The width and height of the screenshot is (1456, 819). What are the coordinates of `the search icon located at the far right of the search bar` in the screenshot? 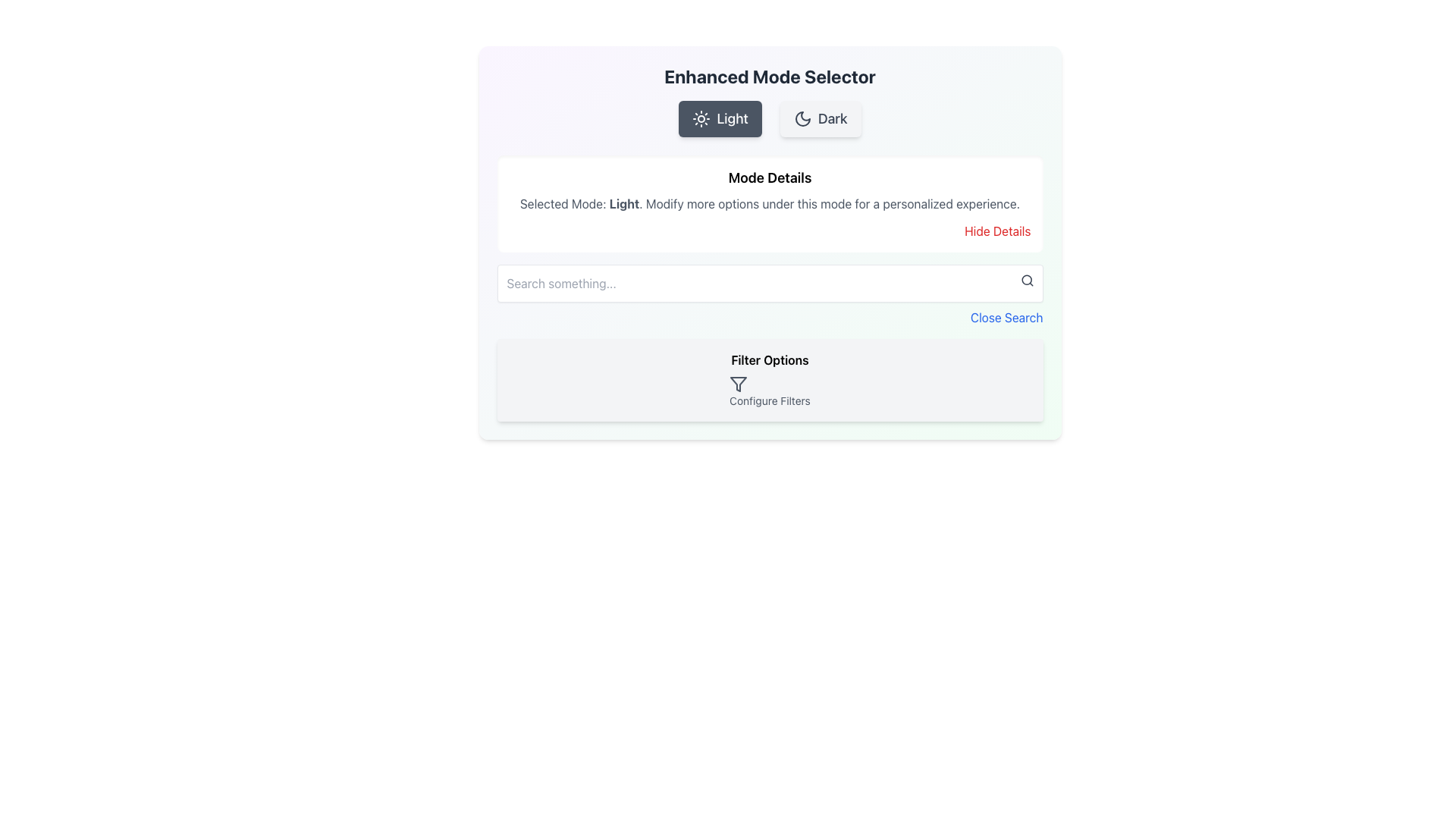 It's located at (1027, 281).